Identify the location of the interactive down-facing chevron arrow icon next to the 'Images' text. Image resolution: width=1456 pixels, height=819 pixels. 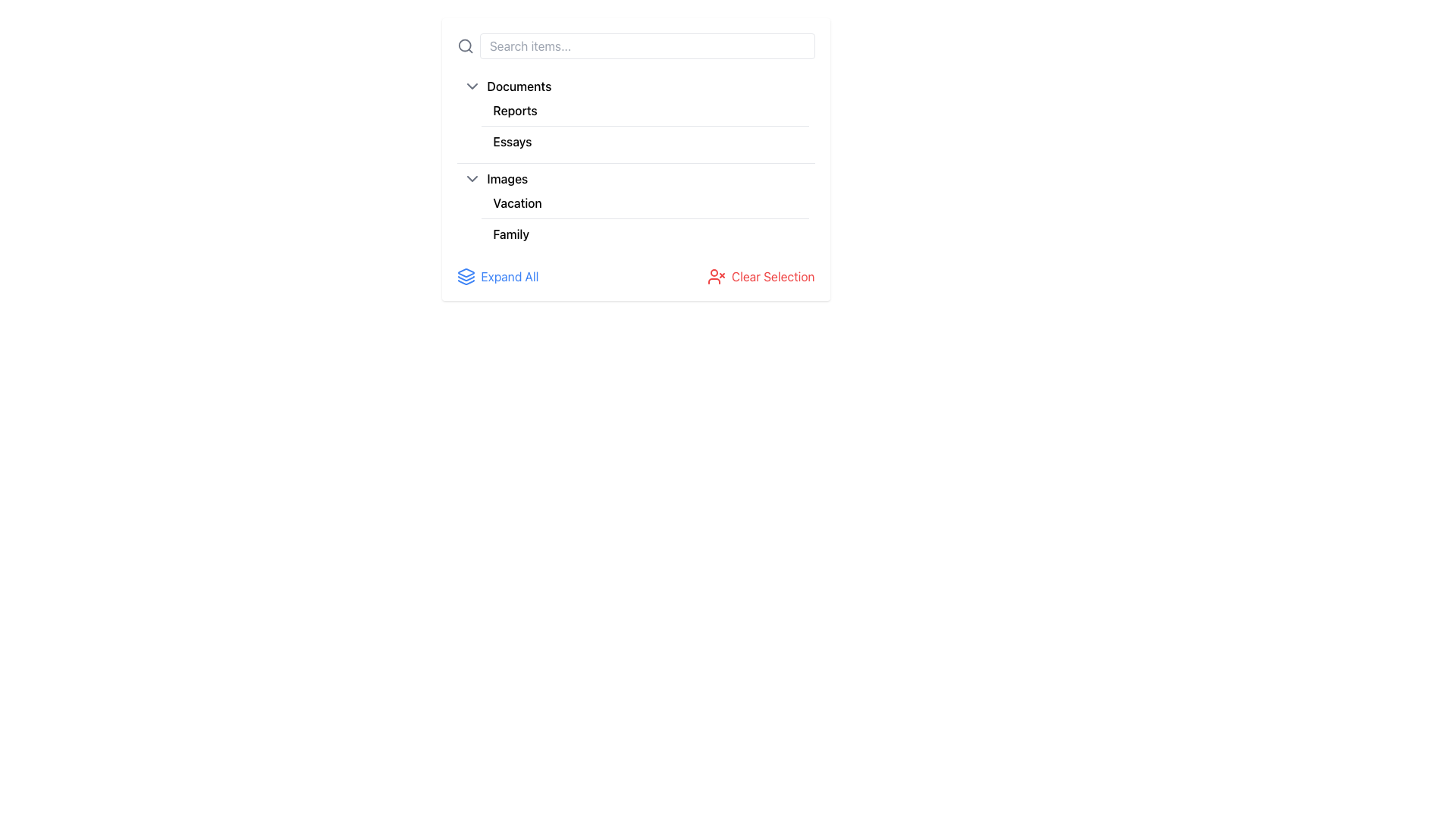
(471, 177).